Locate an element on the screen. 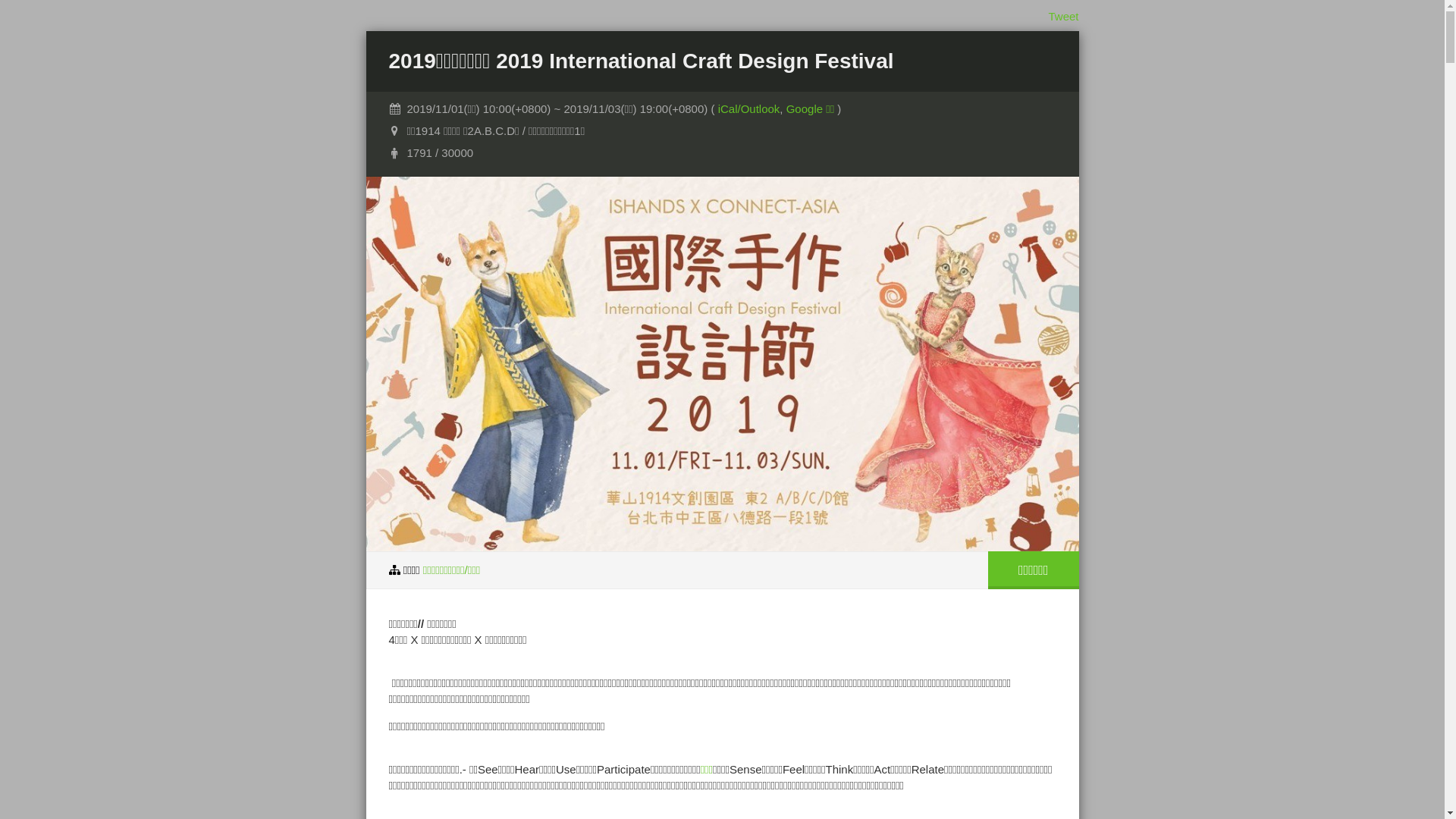 This screenshot has width=1456, height=819. 'Tweet' is located at coordinates (1047, 16).